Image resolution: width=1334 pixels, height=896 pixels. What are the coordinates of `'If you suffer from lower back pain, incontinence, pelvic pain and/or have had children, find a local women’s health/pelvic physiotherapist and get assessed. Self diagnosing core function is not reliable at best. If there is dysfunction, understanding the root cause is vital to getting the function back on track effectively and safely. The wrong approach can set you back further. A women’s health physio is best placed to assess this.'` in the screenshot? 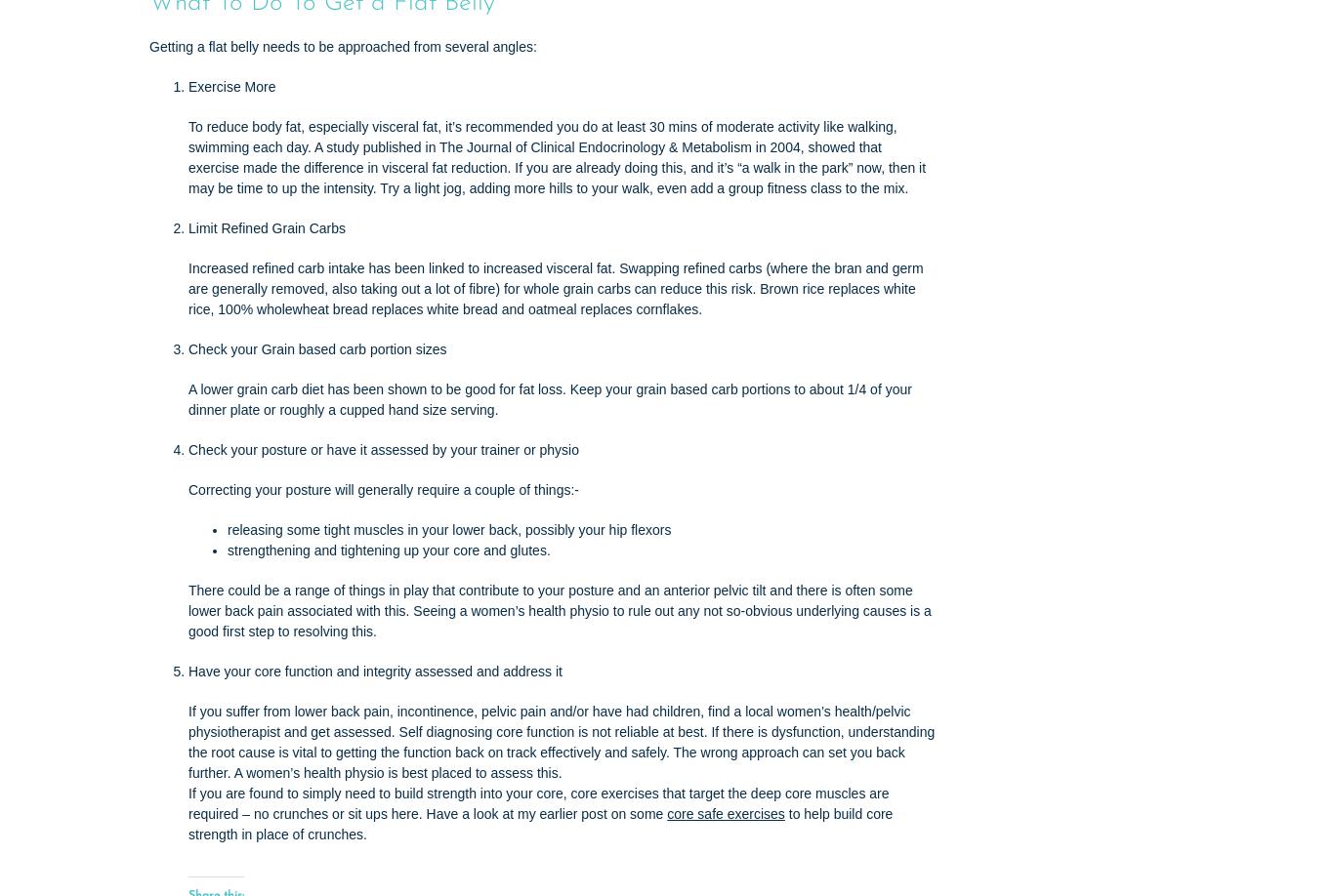 It's located at (560, 741).